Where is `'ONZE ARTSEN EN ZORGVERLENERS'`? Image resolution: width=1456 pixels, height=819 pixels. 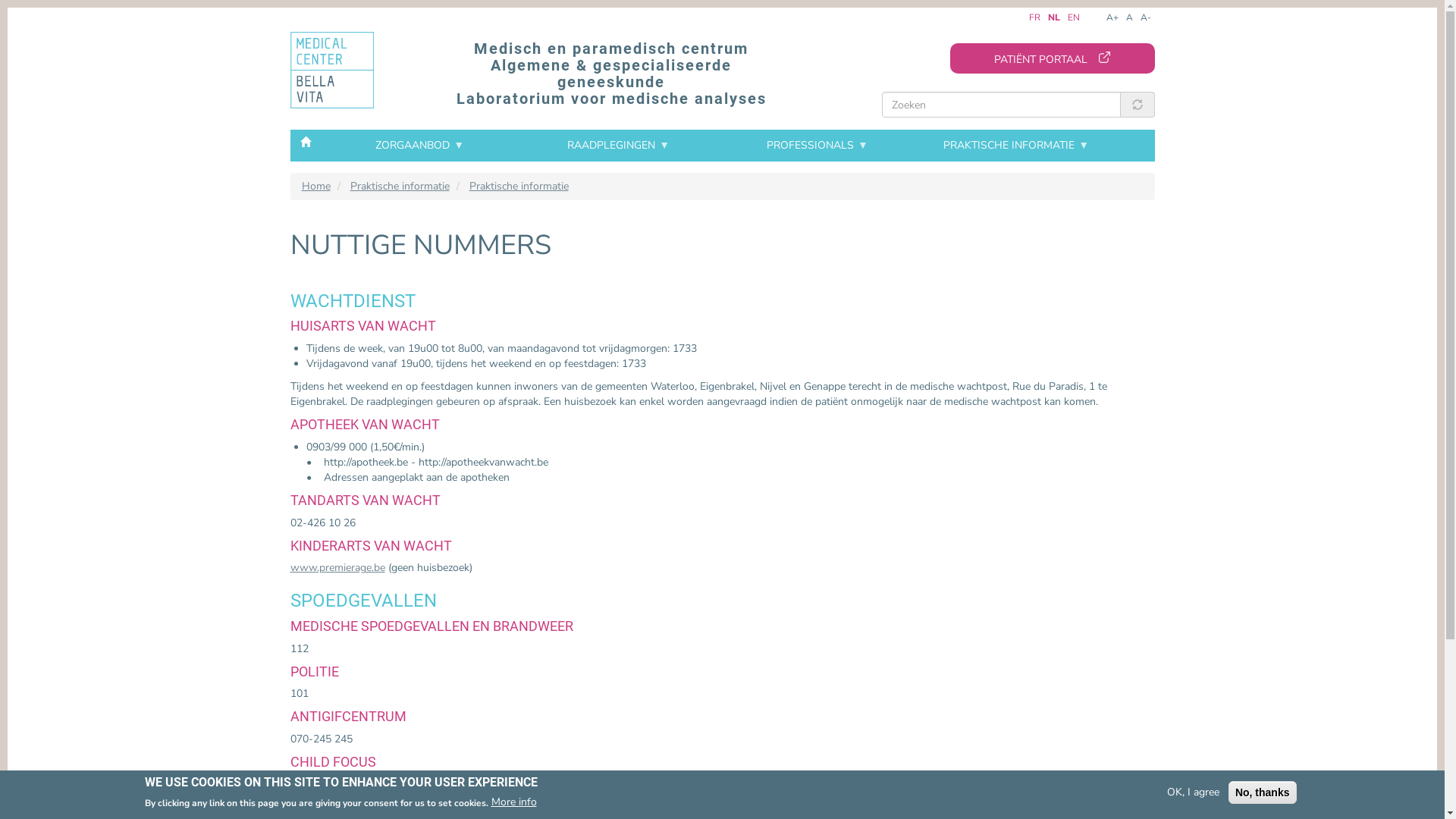 'ONZE ARTSEN EN ZORGVERLENERS' is located at coordinates (279, 244).